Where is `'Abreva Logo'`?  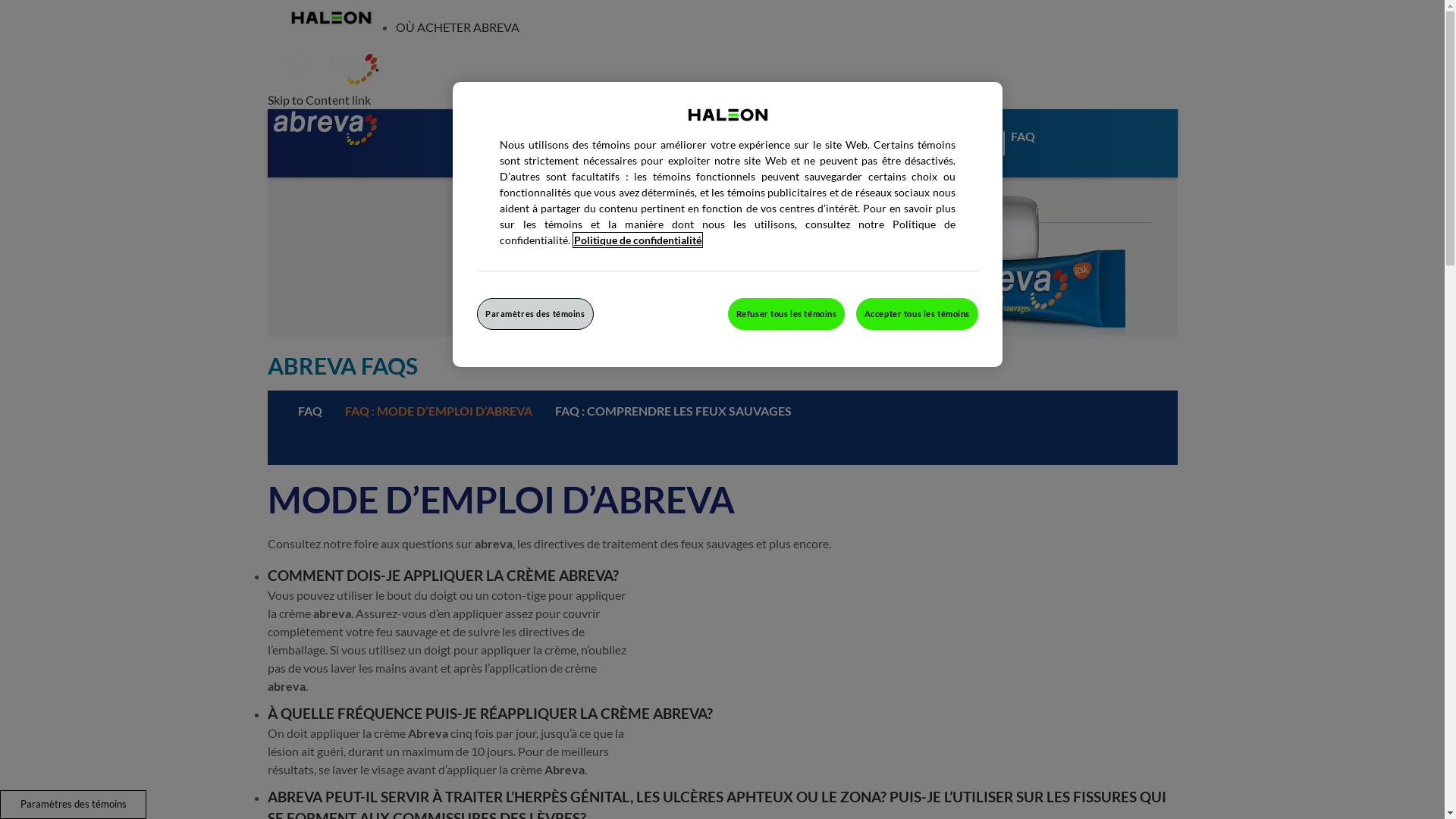
'Abreva Logo' is located at coordinates (324, 127).